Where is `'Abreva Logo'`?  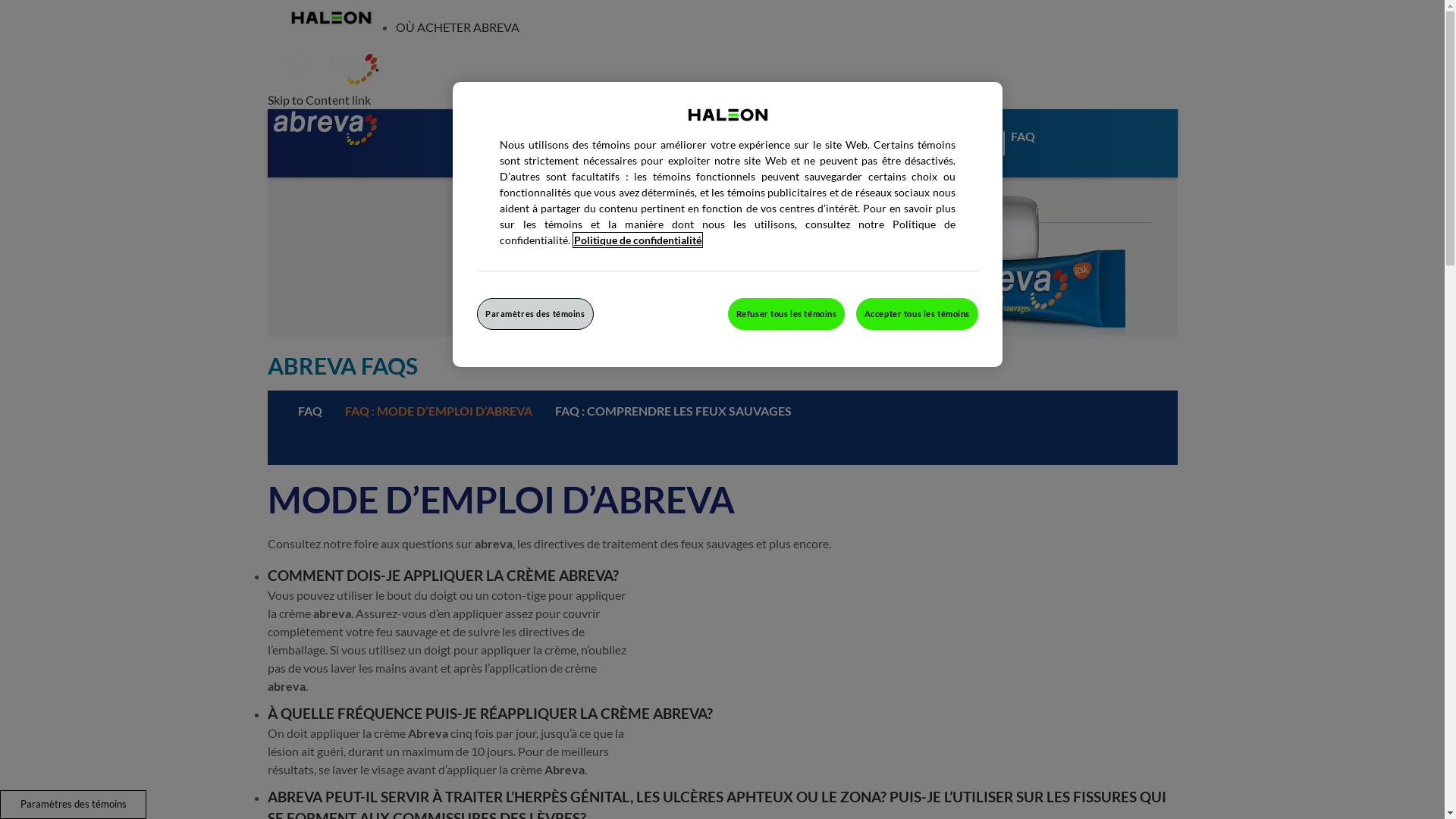
'Abreva Logo' is located at coordinates (324, 127).